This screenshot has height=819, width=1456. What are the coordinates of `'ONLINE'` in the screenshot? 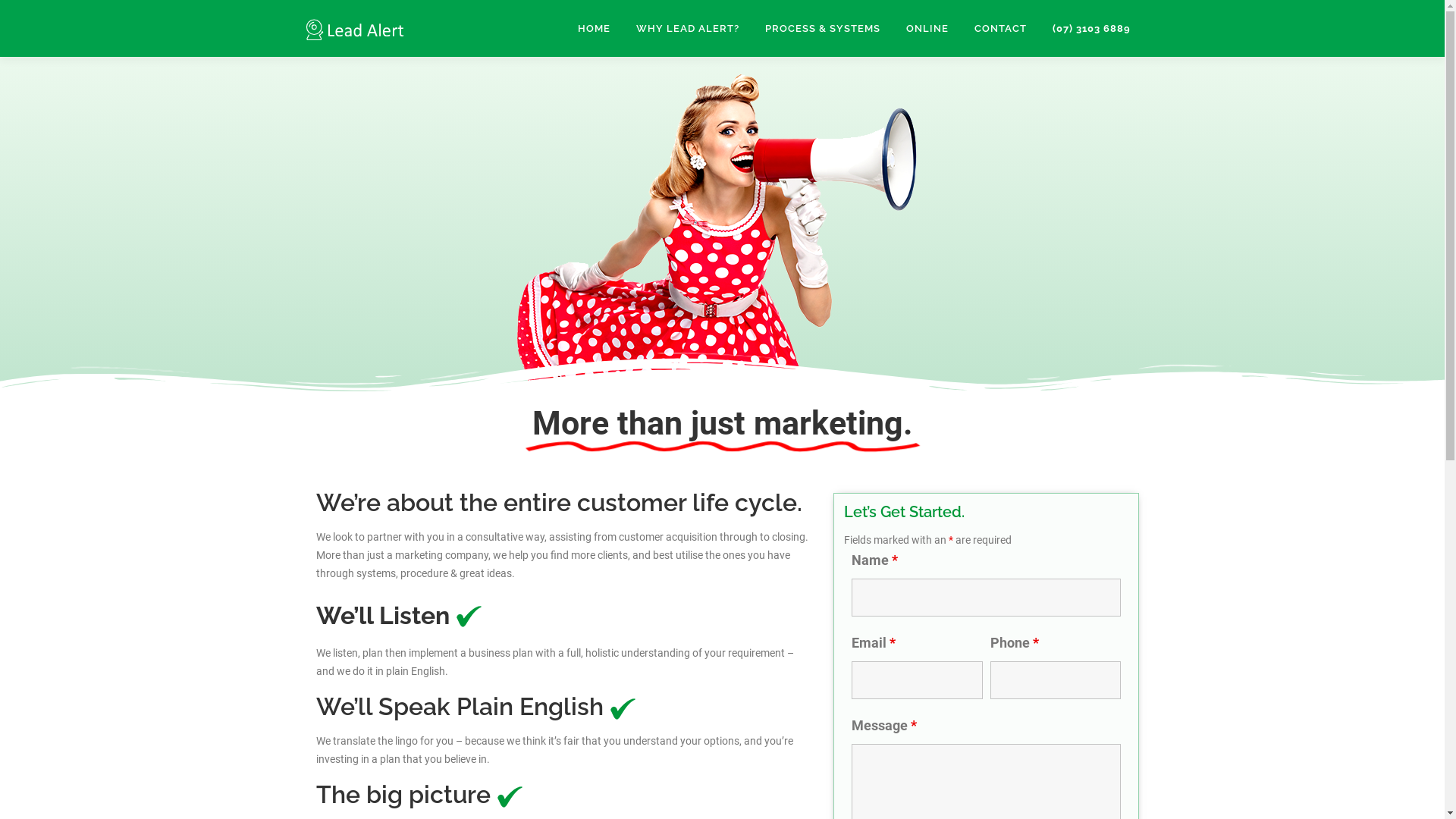 It's located at (893, 28).